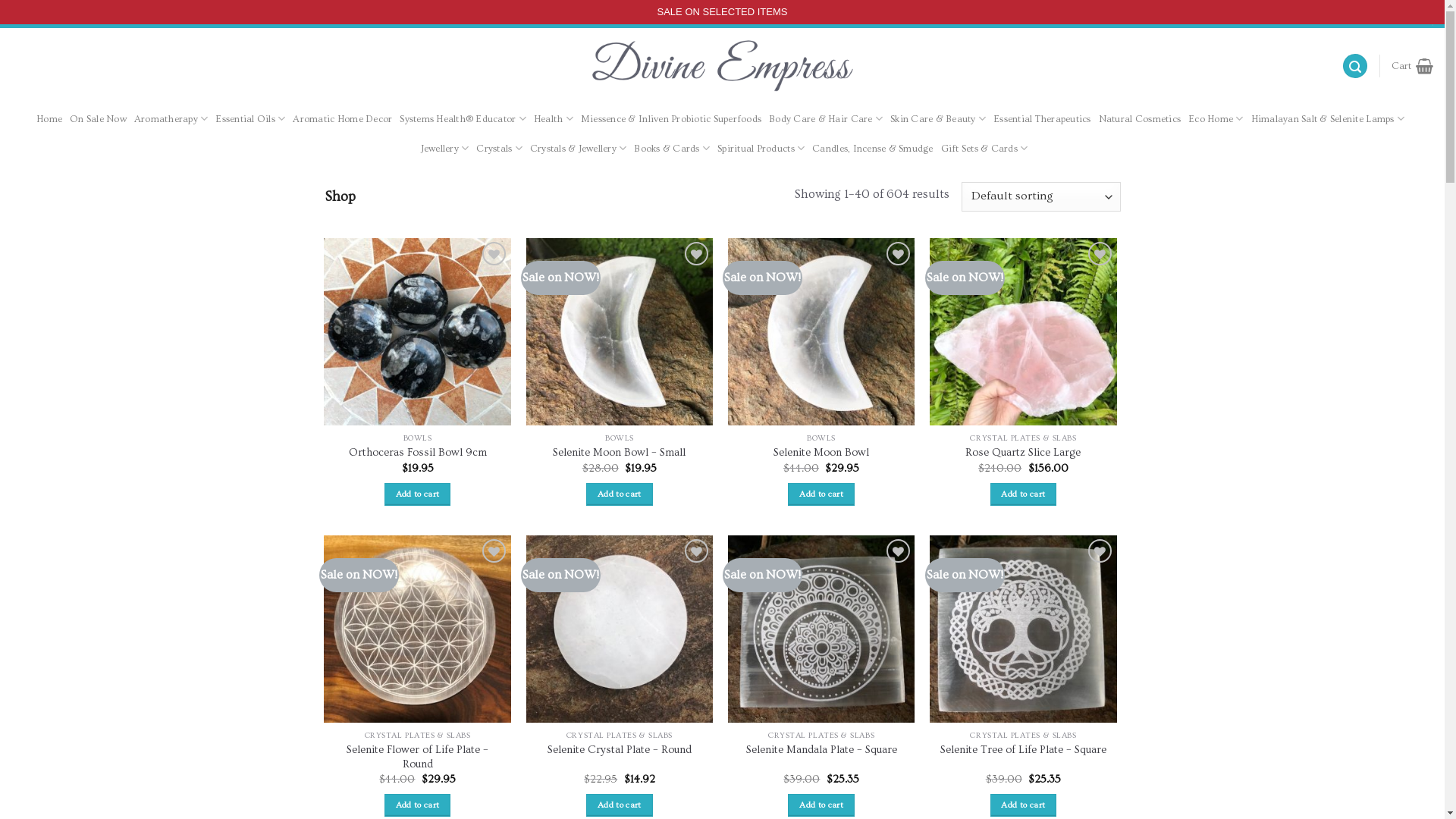 Image resolution: width=1456 pixels, height=819 pixels. What do you see at coordinates (821, 452) in the screenshot?
I see `'Selenite Moon Bowl'` at bounding box center [821, 452].